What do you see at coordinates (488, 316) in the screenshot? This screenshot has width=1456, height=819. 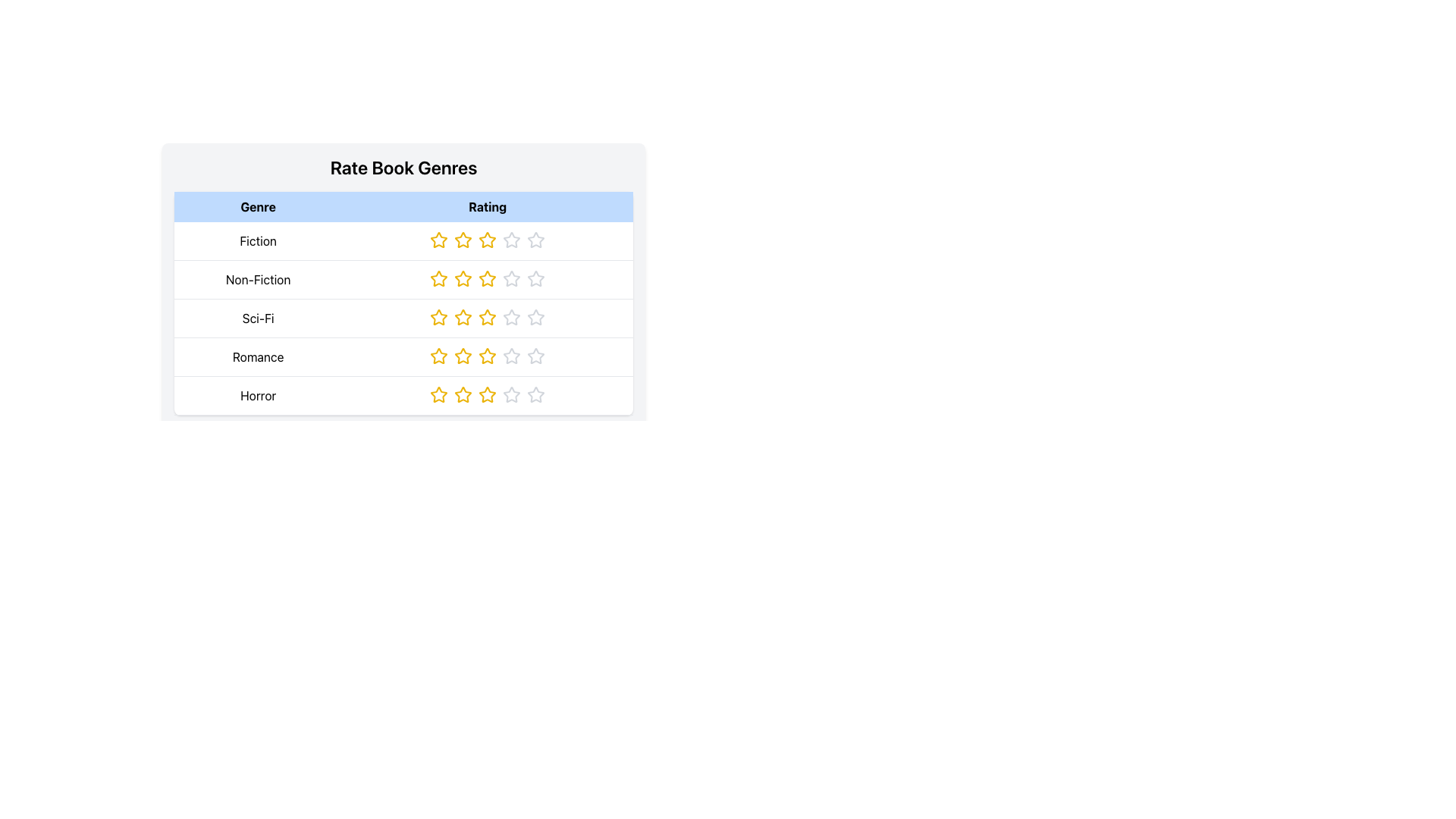 I see `the third star icon in the 'Sci-Fi' rating section to adjust the rating` at bounding box center [488, 316].